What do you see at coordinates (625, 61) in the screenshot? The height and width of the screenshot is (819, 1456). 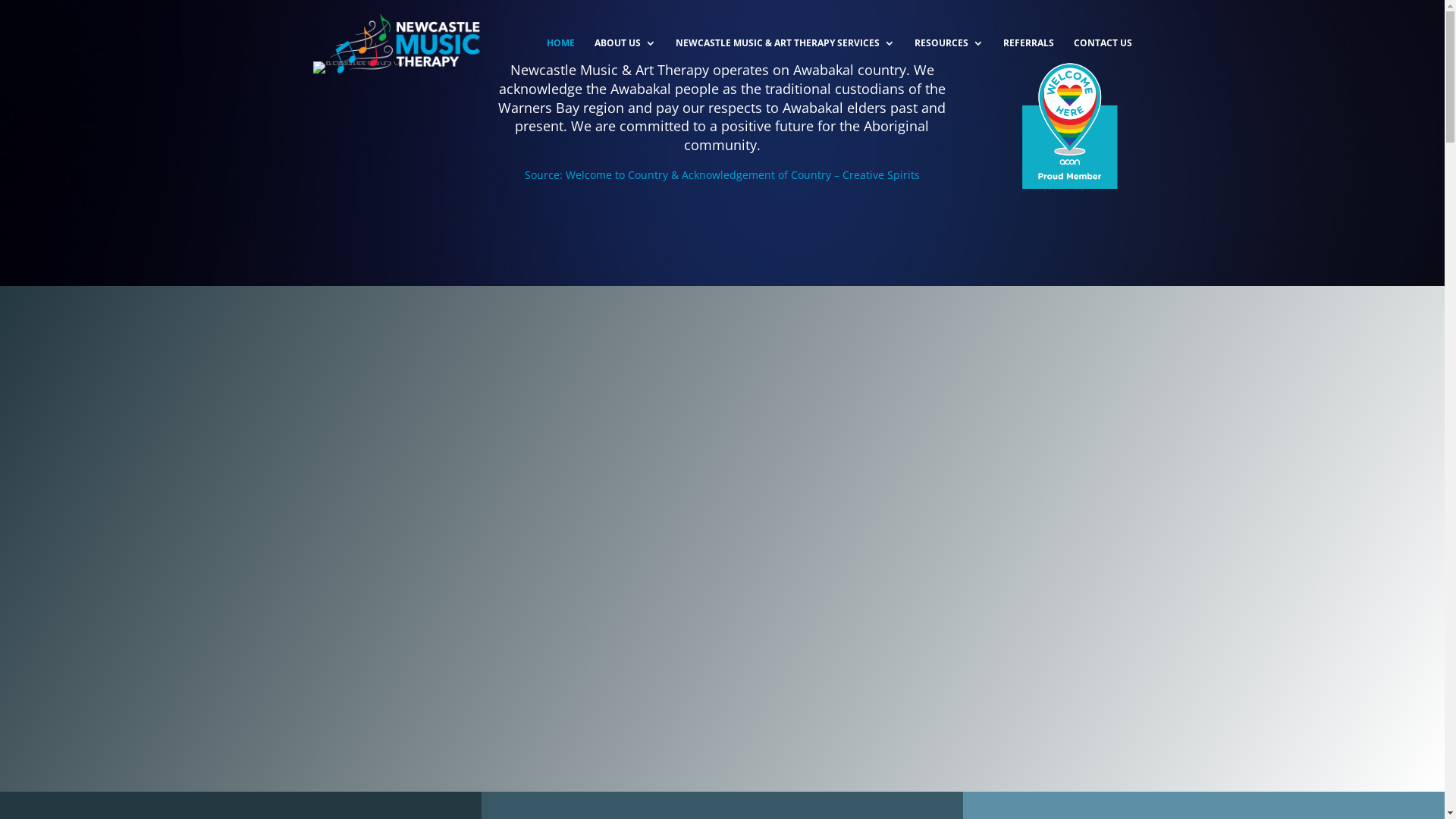 I see `'ABOUT US'` at bounding box center [625, 61].